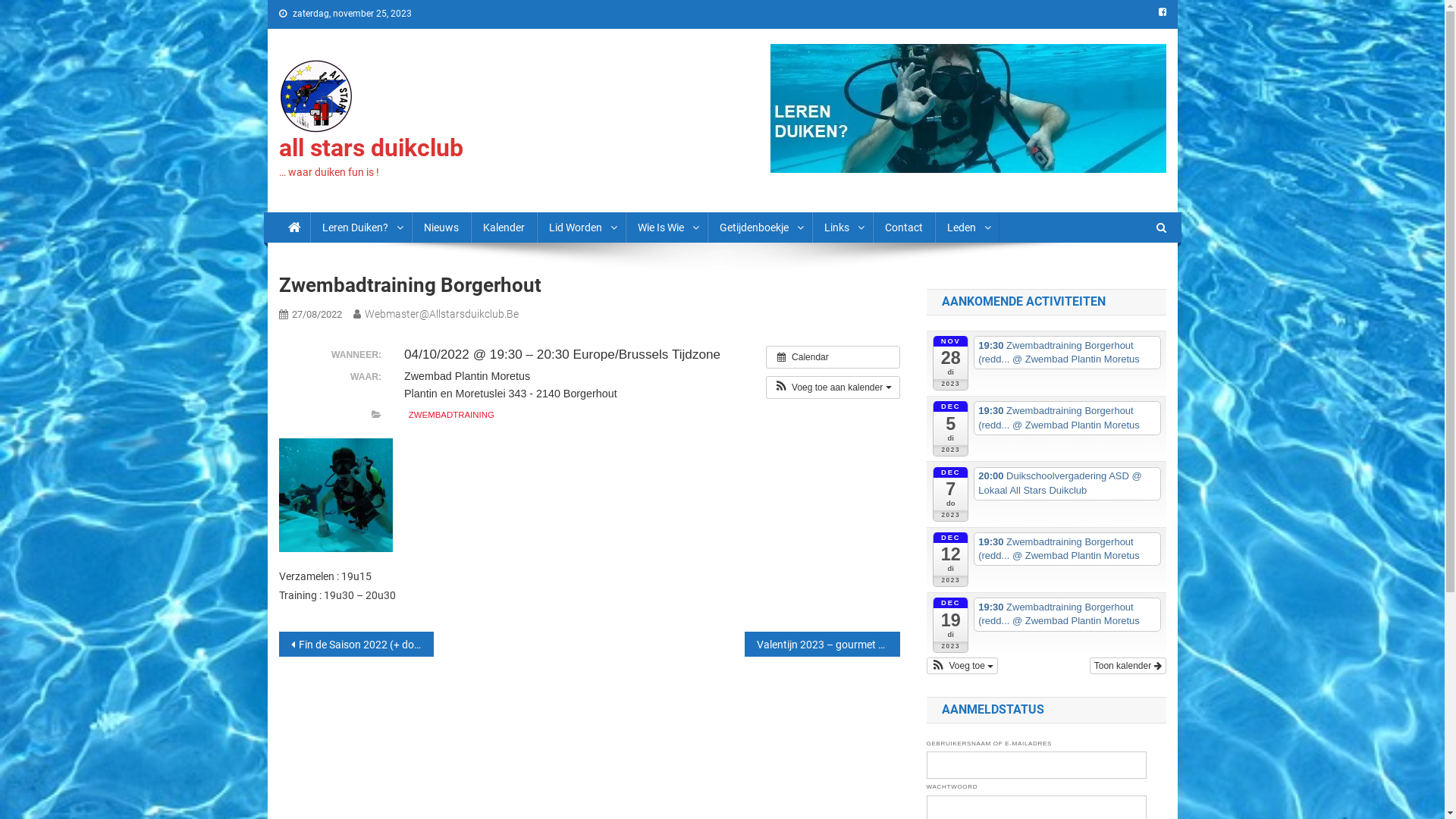  What do you see at coordinates (840, 227) in the screenshot?
I see `'Links'` at bounding box center [840, 227].